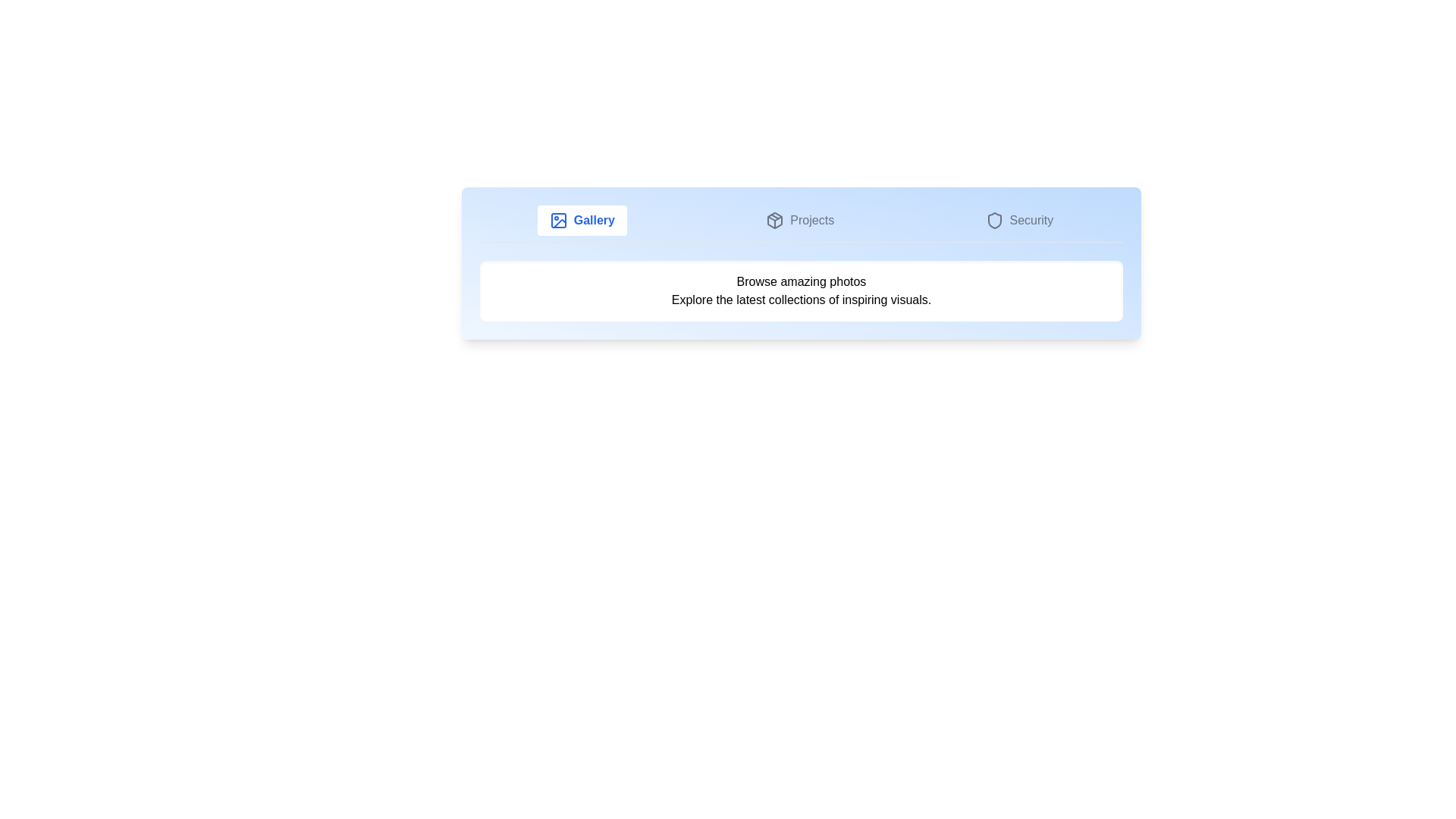 This screenshot has width=1456, height=819. Describe the element at coordinates (994, 220) in the screenshot. I see `the icon associated with the Security tab` at that location.